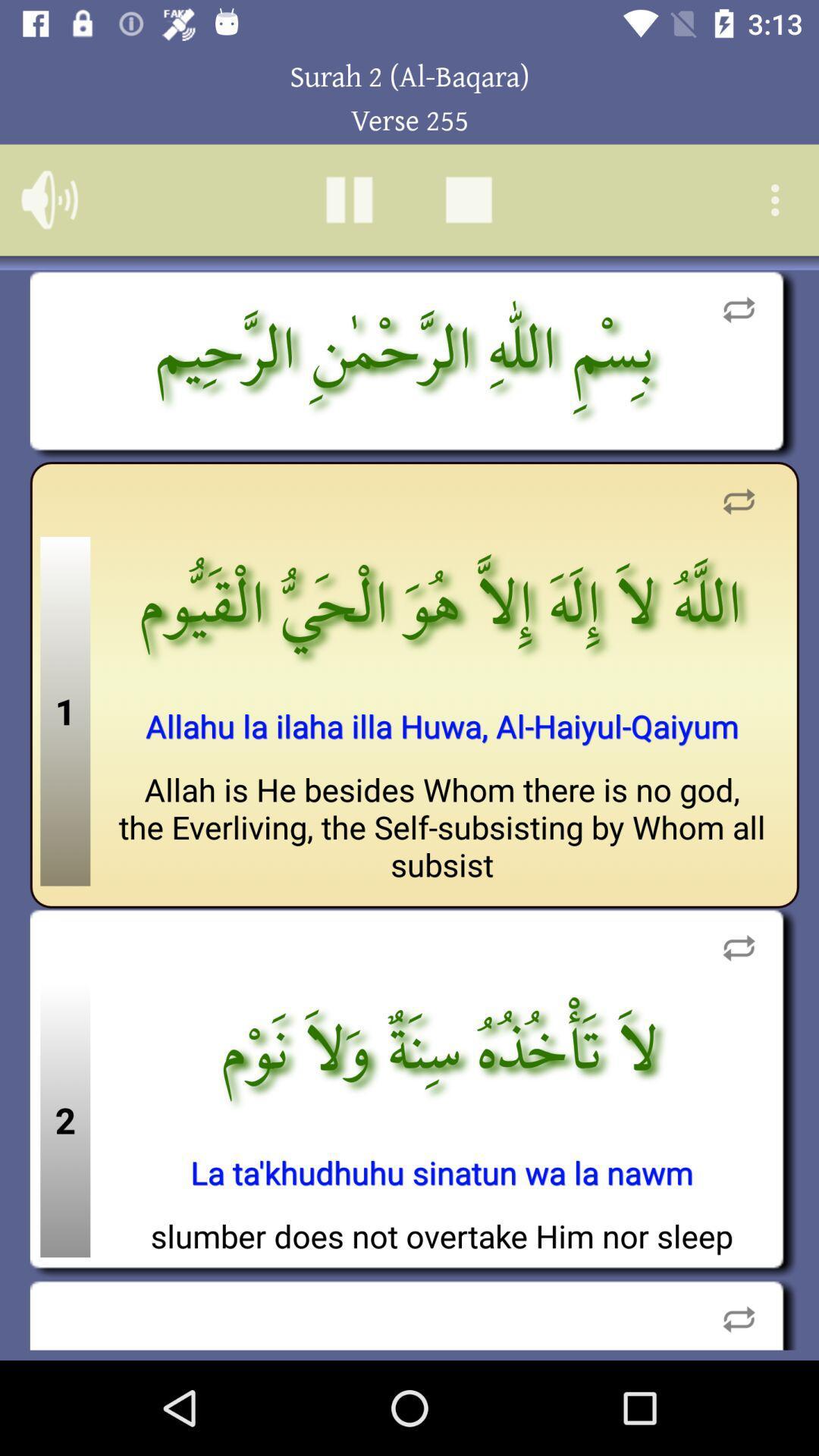  I want to click on sound, so click(49, 199).